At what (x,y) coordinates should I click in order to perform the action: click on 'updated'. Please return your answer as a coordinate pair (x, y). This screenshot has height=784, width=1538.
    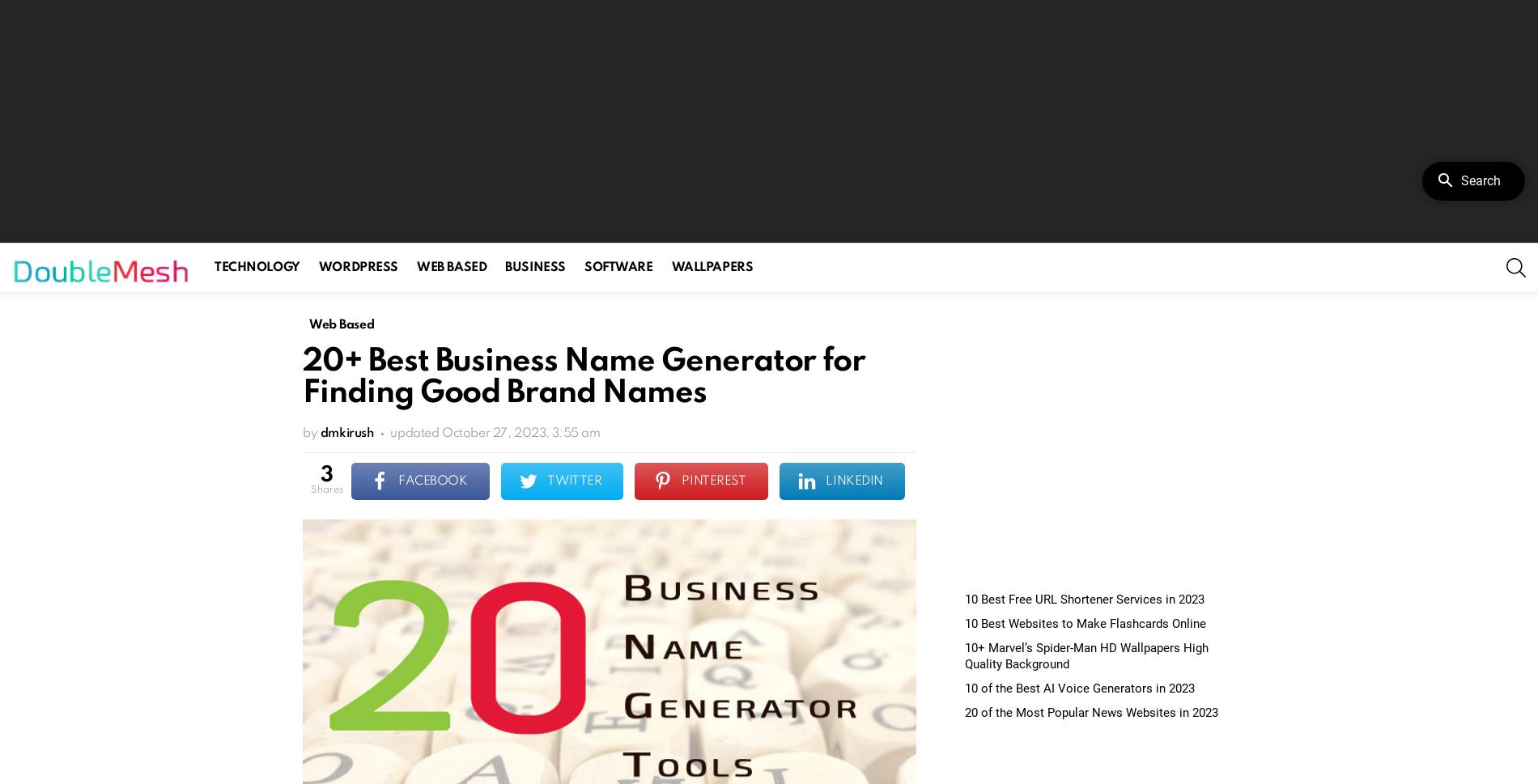
    Looking at the image, I should click on (415, 432).